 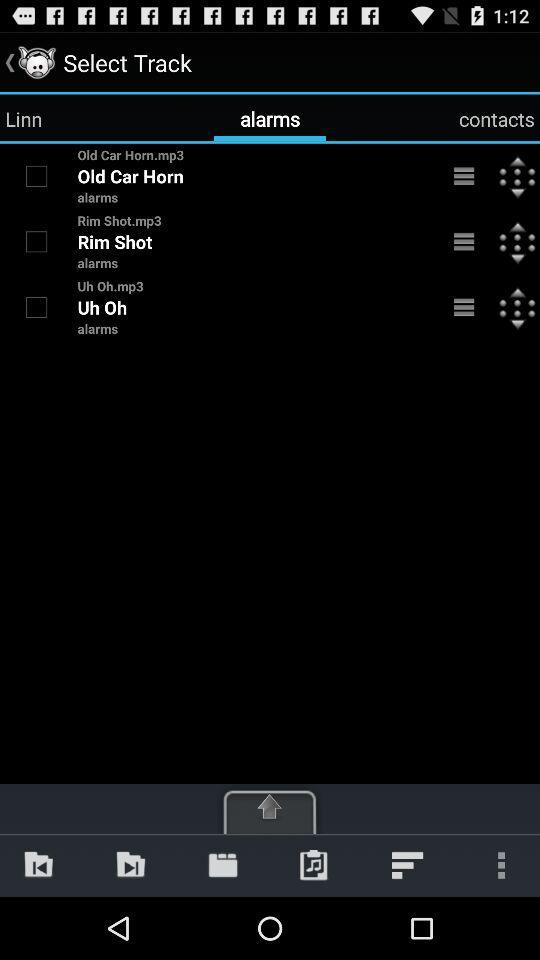 I want to click on app below alarms item, so click(x=130, y=864).